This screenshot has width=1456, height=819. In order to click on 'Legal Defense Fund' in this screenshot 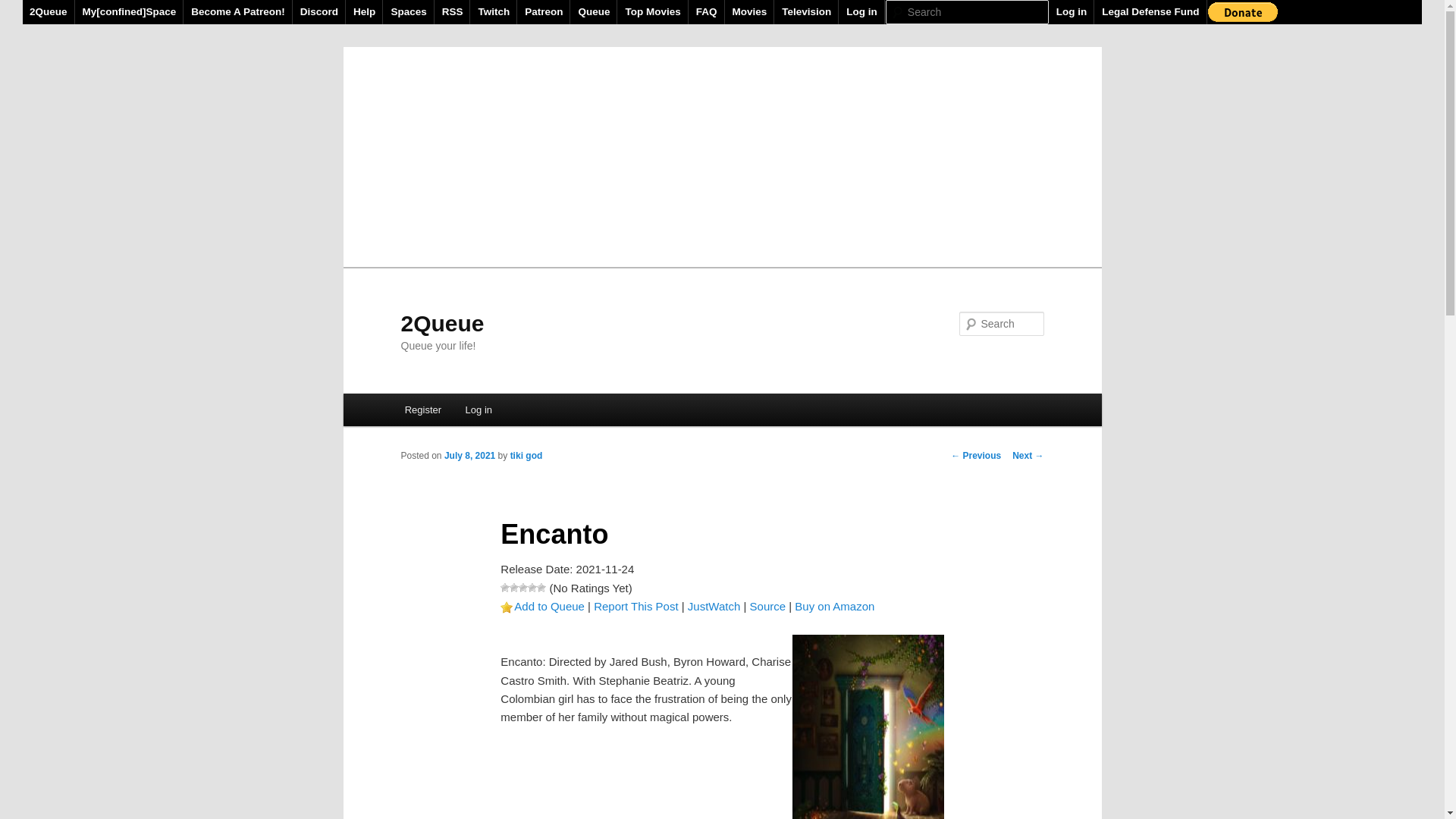, I will do `click(1095, 11)`.